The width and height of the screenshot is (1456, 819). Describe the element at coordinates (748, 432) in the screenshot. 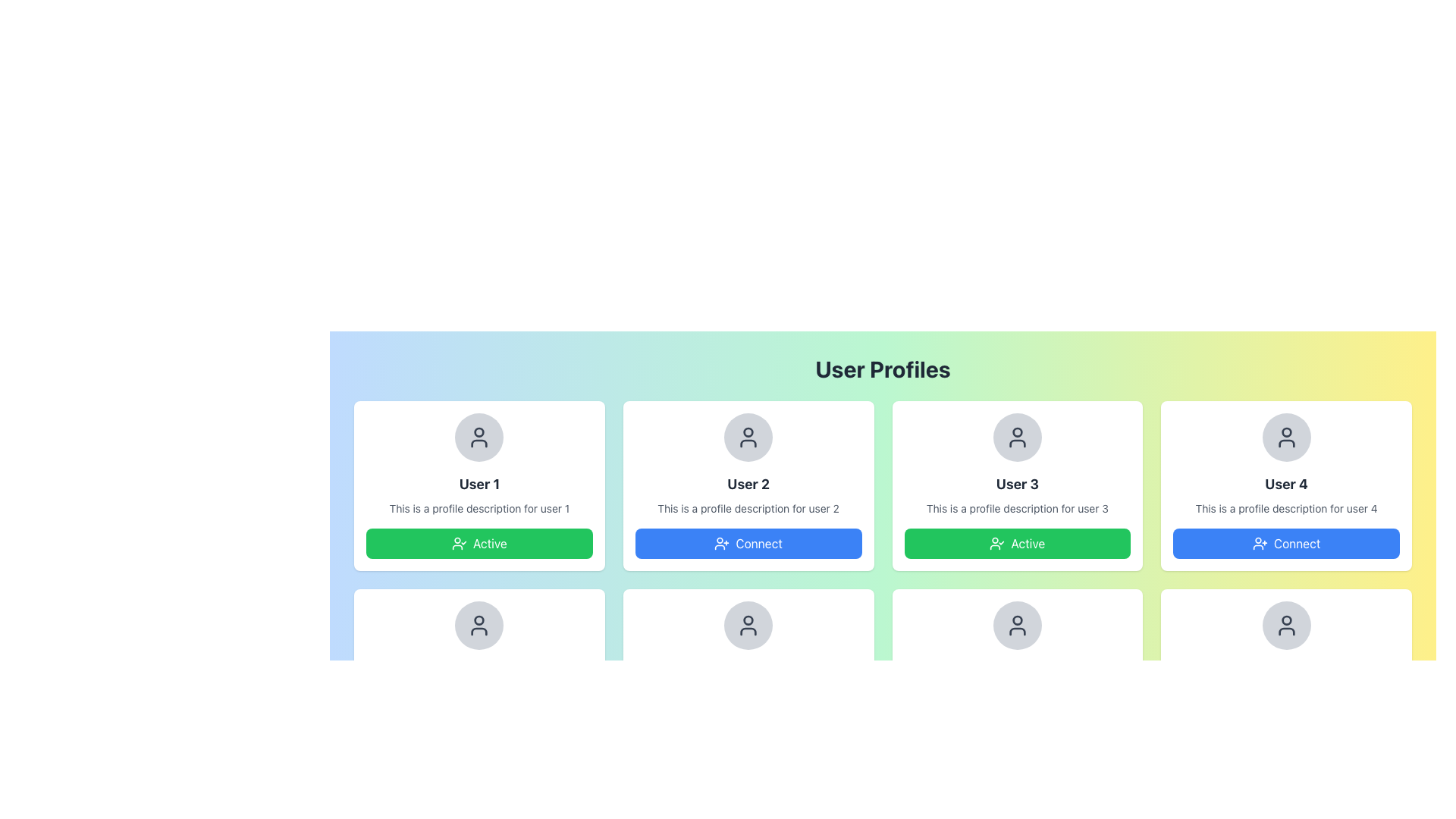

I see `the circular dot within the profile icon of 'User 2' in the user profile grid` at that location.